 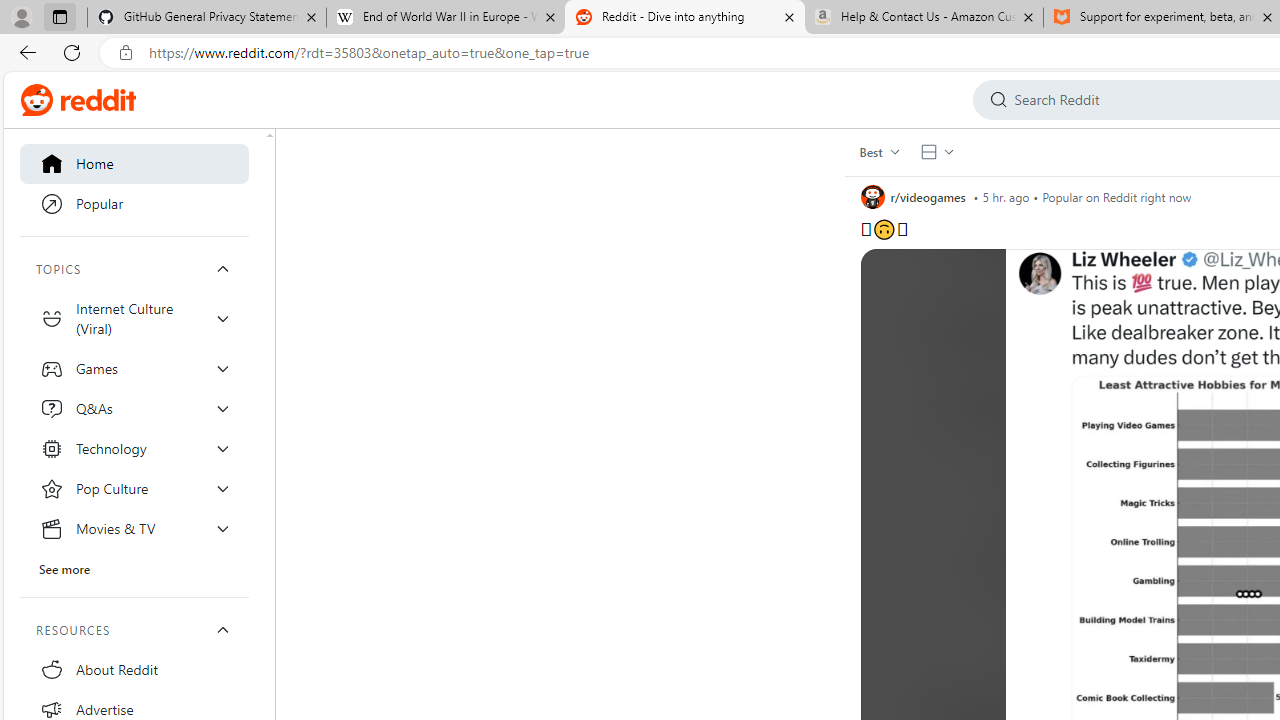 What do you see at coordinates (912, 196) in the screenshot?
I see `'r/videogames icon r/videogames'` at bounding box center [912, 196].